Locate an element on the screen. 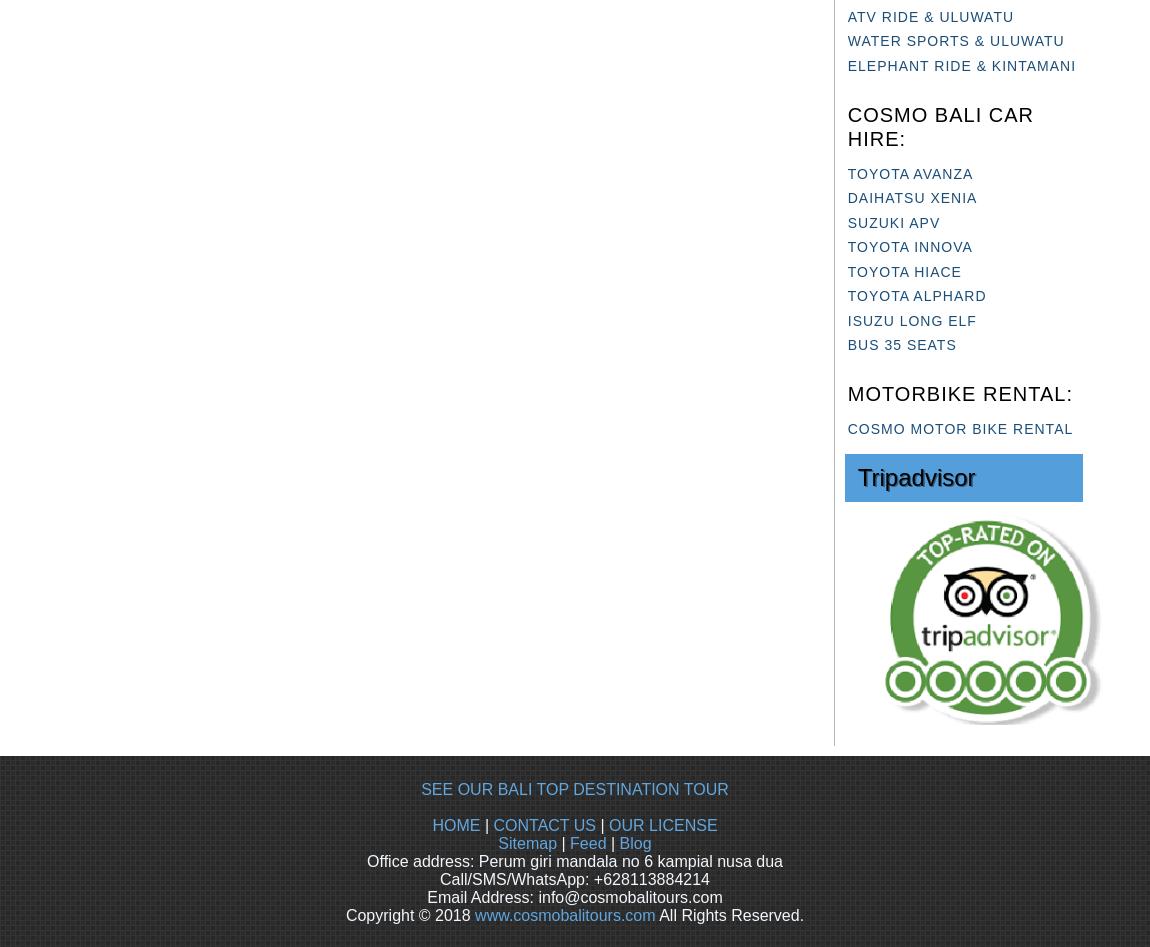 Image resolution: width=1150 pixels, height=947 pixels. 'BUS 35 SEATS' is located at coordinates (901, 343).